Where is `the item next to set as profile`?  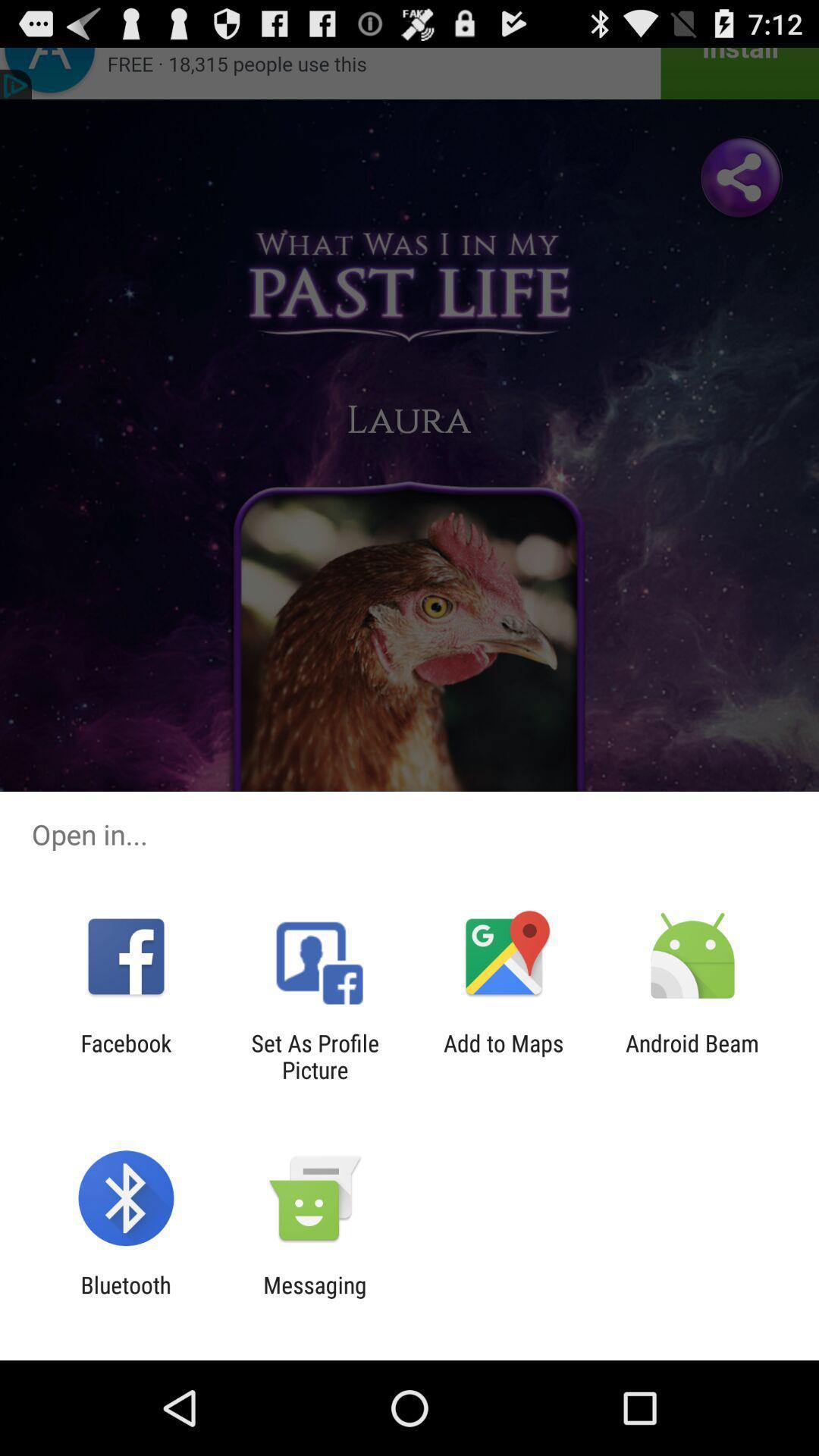
the item next to set as profile is located at coordinates (125, 1056).